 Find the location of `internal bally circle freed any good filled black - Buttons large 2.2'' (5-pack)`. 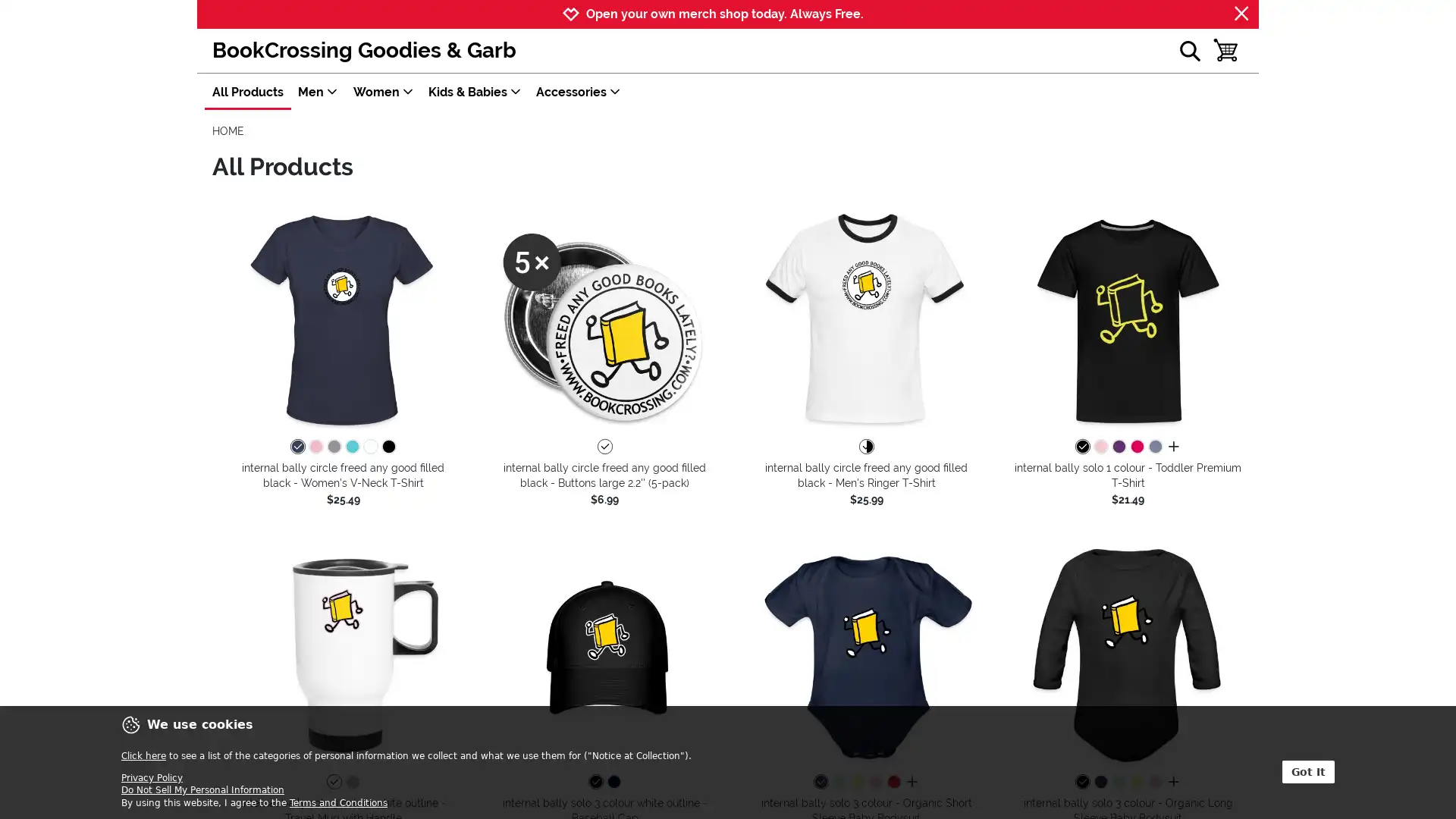

internal bally circle freed any good filled black - Buttons large 2.2'' (5-pack) is located at coordinates (604, 318).